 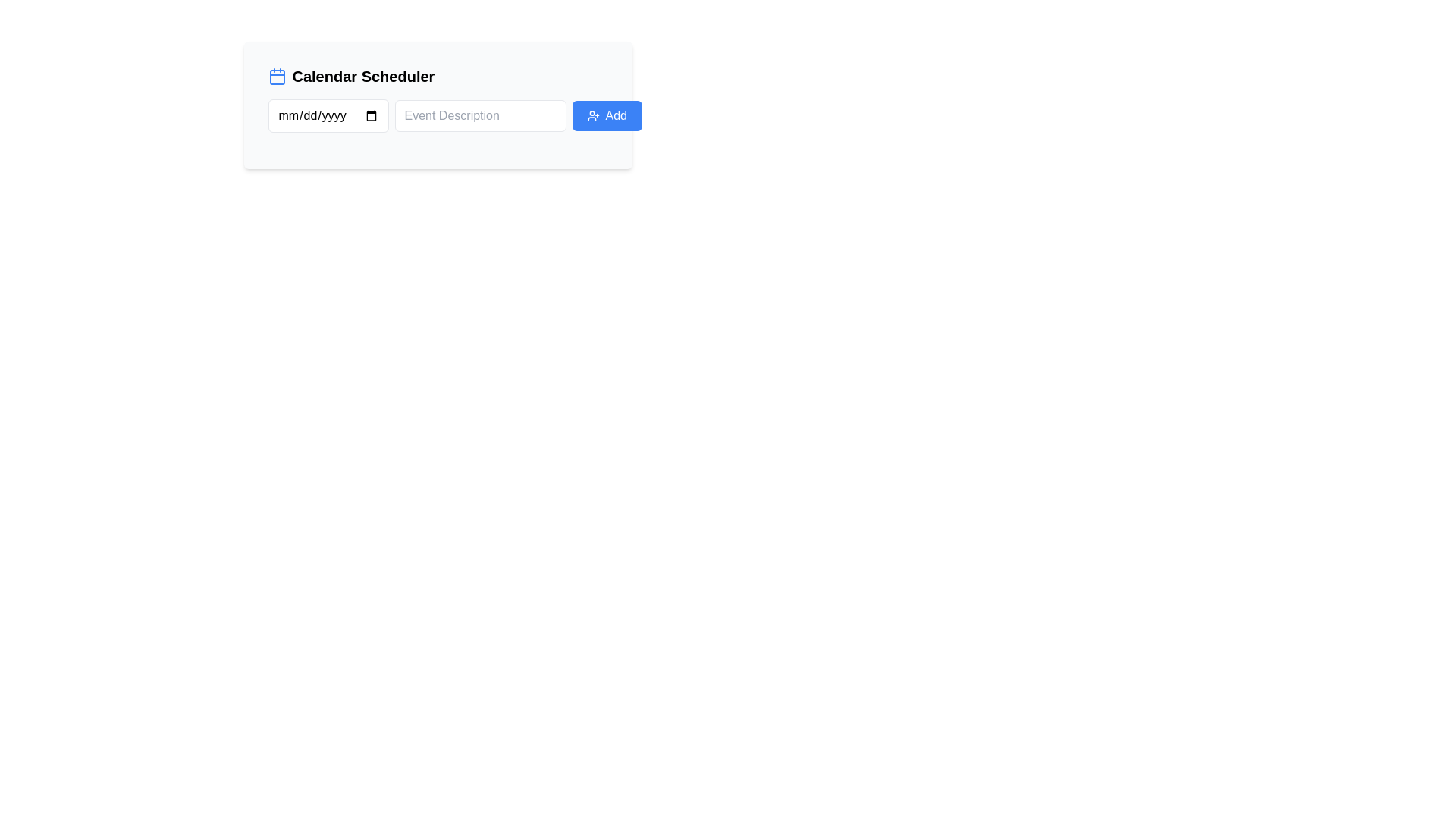 I want to click on the first Date Input Field located in the horizontal layout group on the left side to focus on it, so click(x=327, y=115).